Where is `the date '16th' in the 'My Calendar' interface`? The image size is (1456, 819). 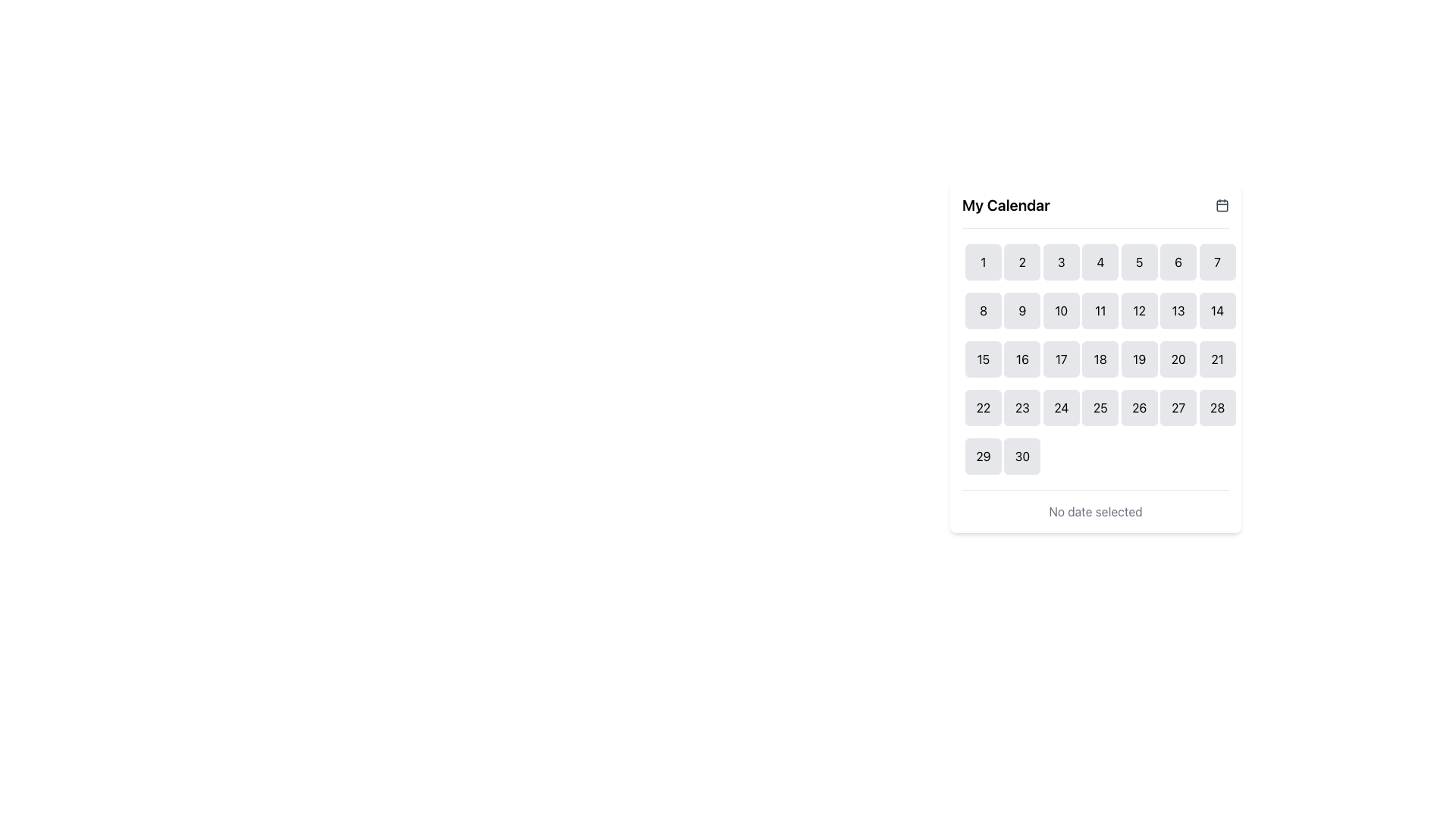 the date '16th' in the 'My Calendar' interface is located at coordinates (1022, 359).